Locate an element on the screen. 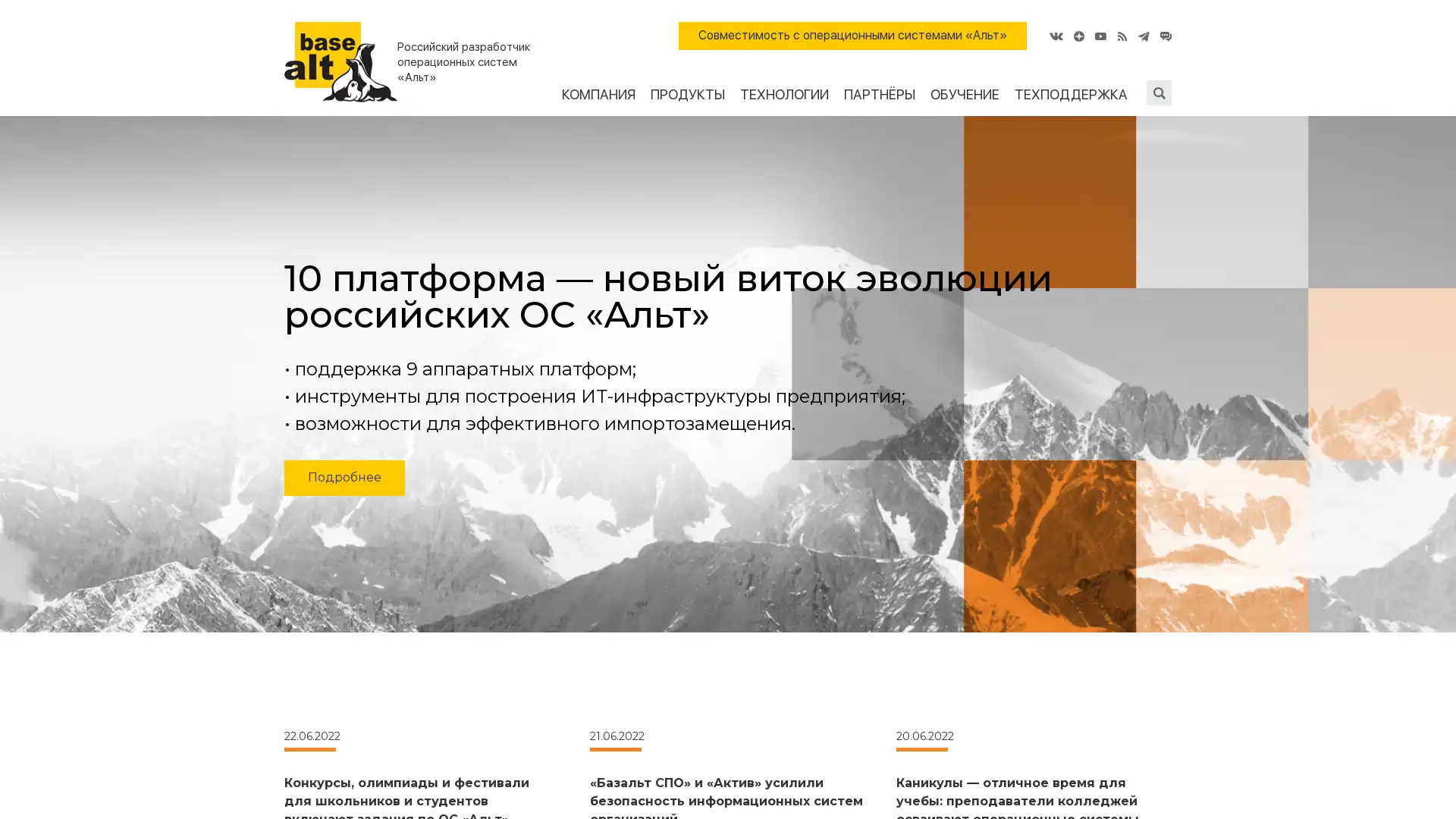  Submit is located at coordinates (1158, 93).